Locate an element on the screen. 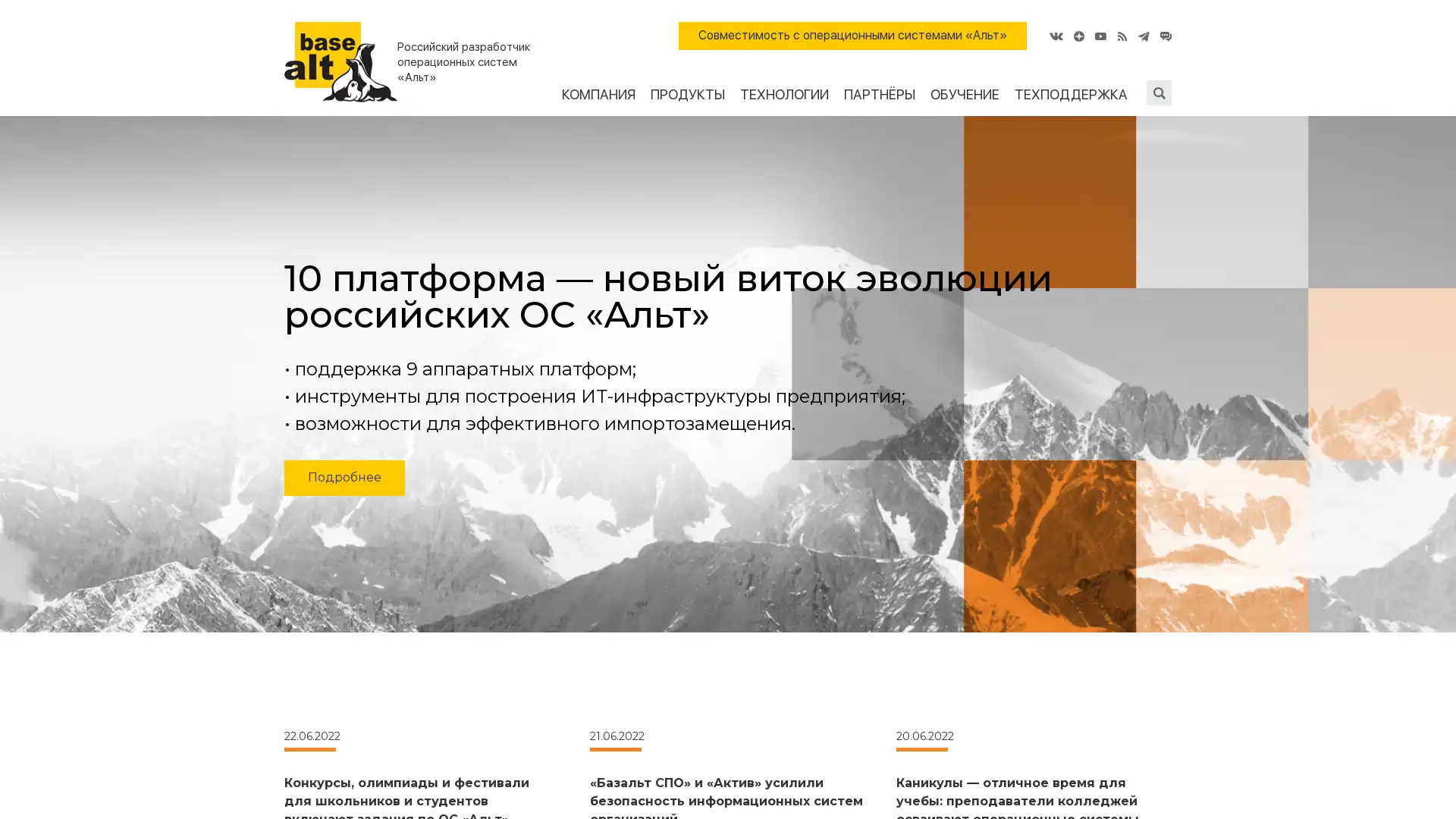  Submit is located at coordinates (1158, 93).